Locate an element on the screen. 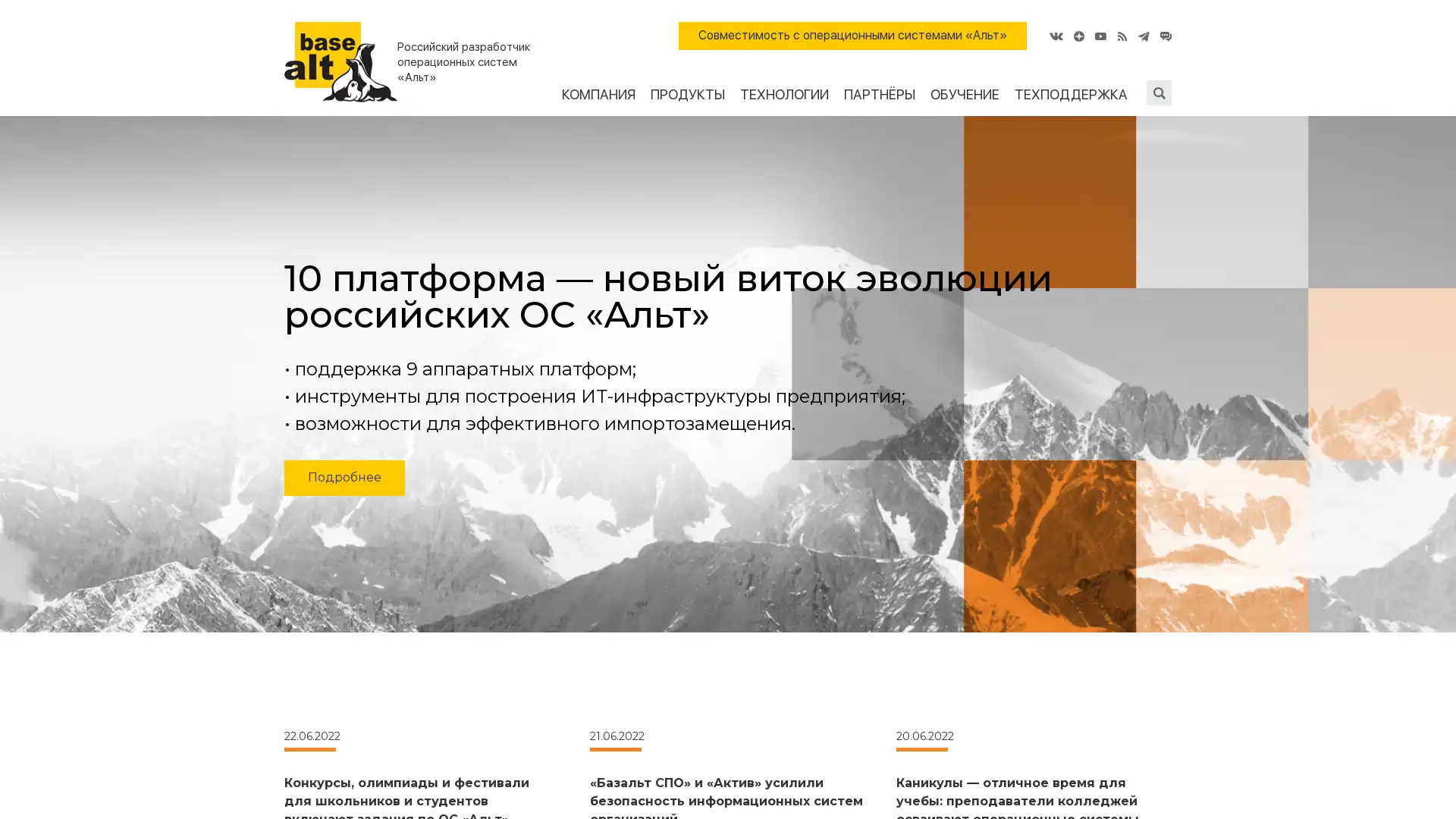  Submit is located at coordinates (1158, 93).